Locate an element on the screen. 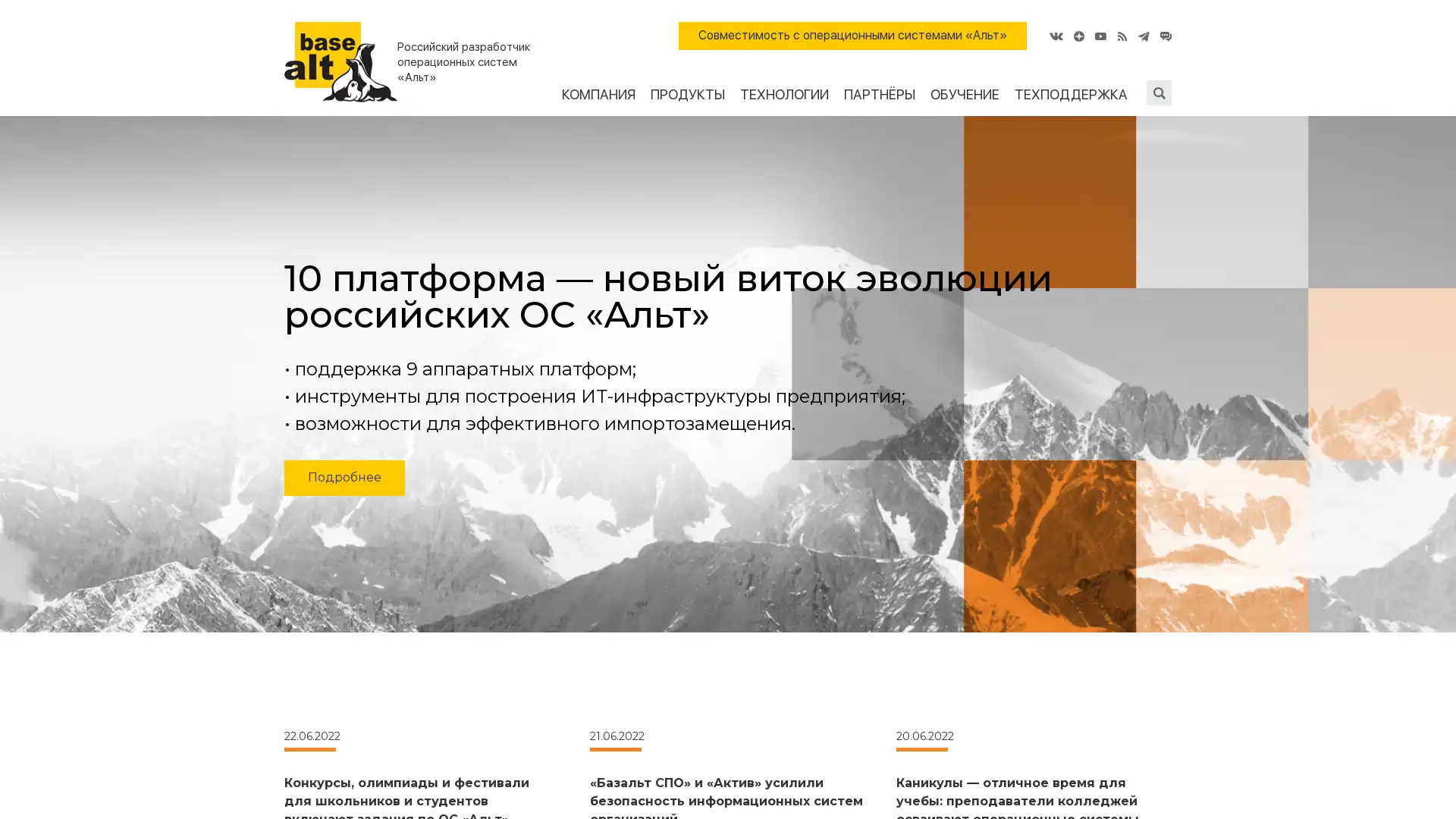  Submit is located at coordinates (1158, 93).